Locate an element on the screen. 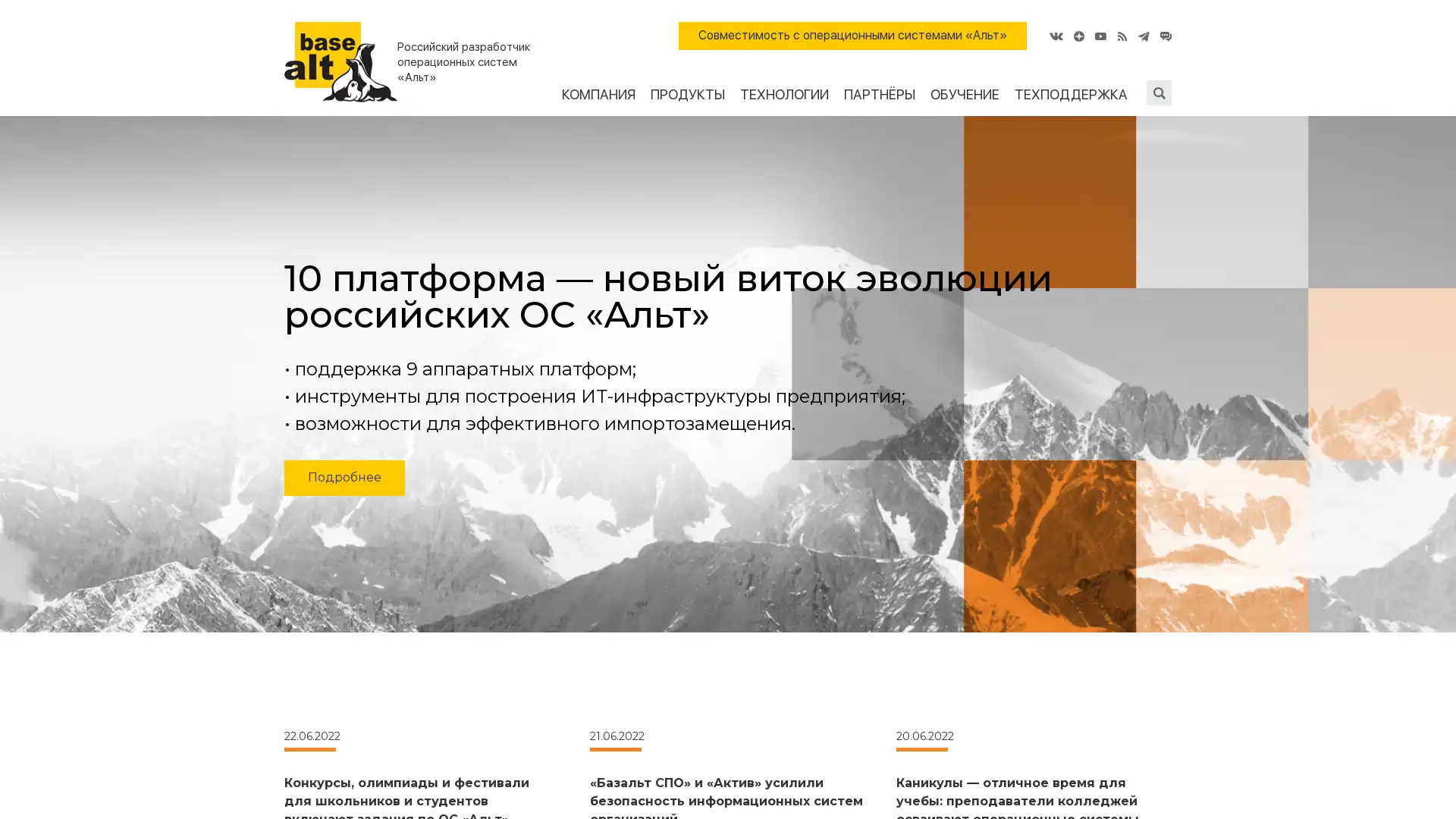  Submit is located at coordinates (1158, 93).